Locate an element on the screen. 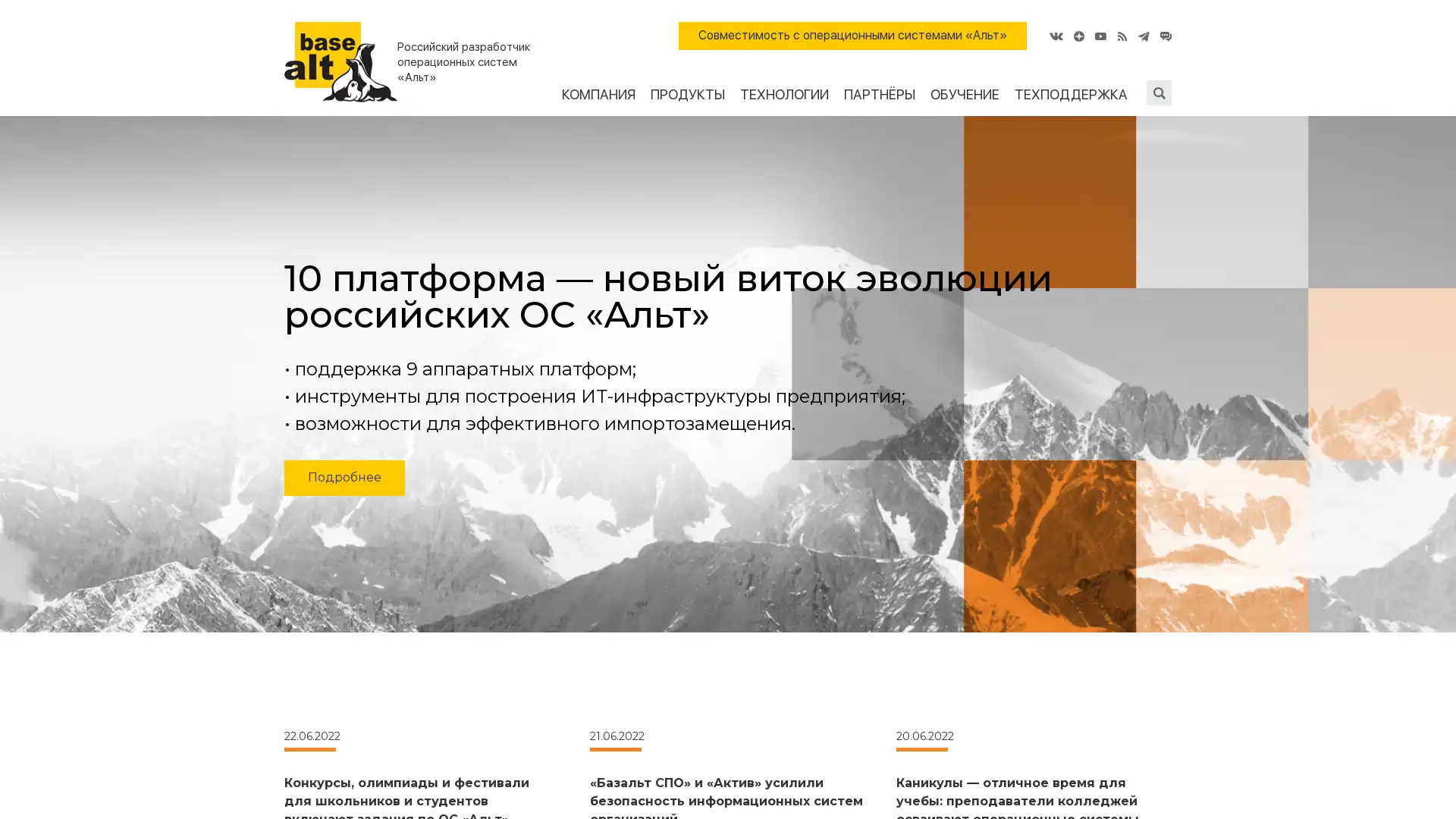  Submit is located at coordinates (1158, 93).